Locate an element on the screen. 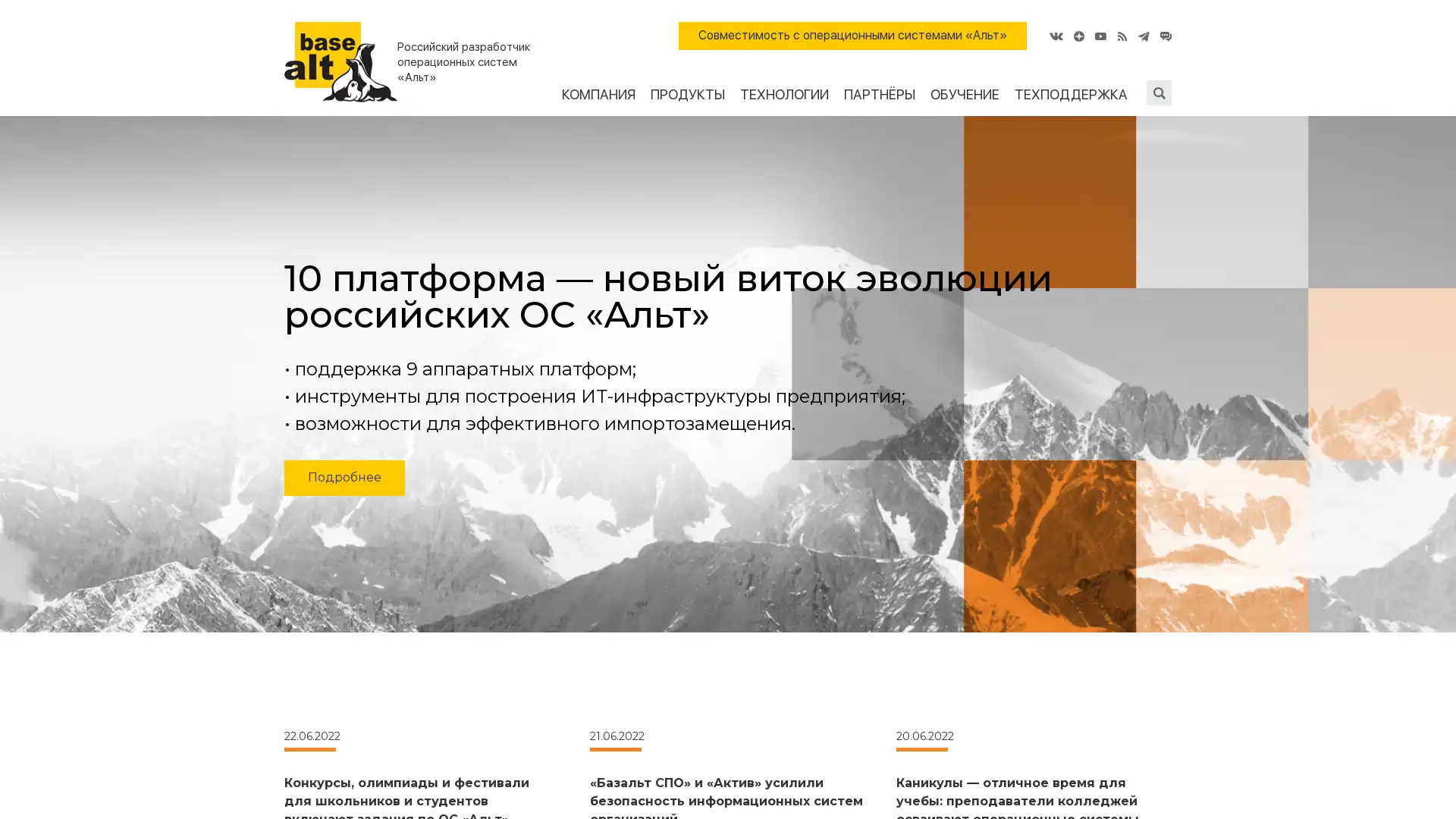  Submit is located at coordinates (1158, 93).